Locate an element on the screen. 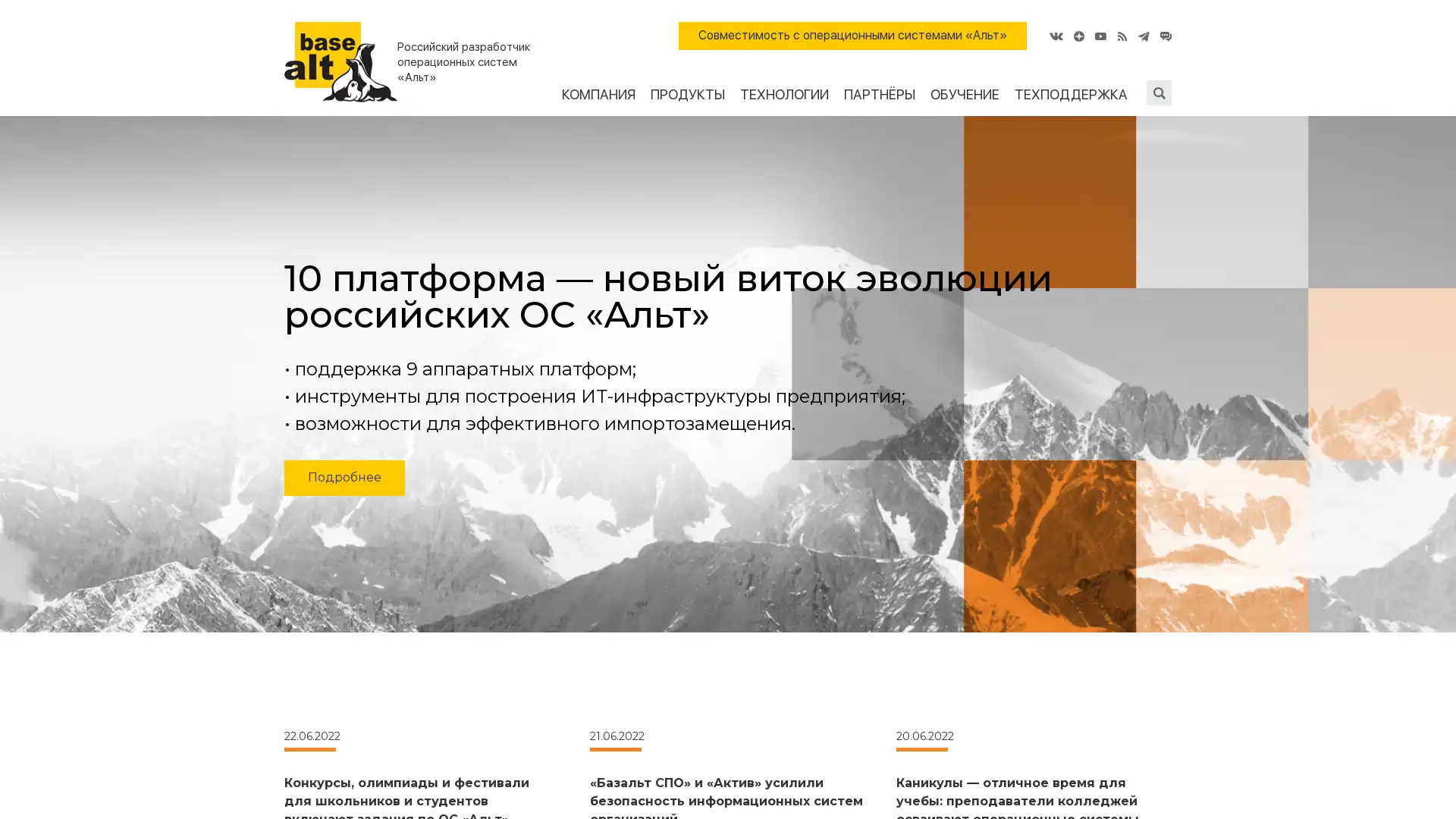  Submit is located at coordinates (1158, 93).